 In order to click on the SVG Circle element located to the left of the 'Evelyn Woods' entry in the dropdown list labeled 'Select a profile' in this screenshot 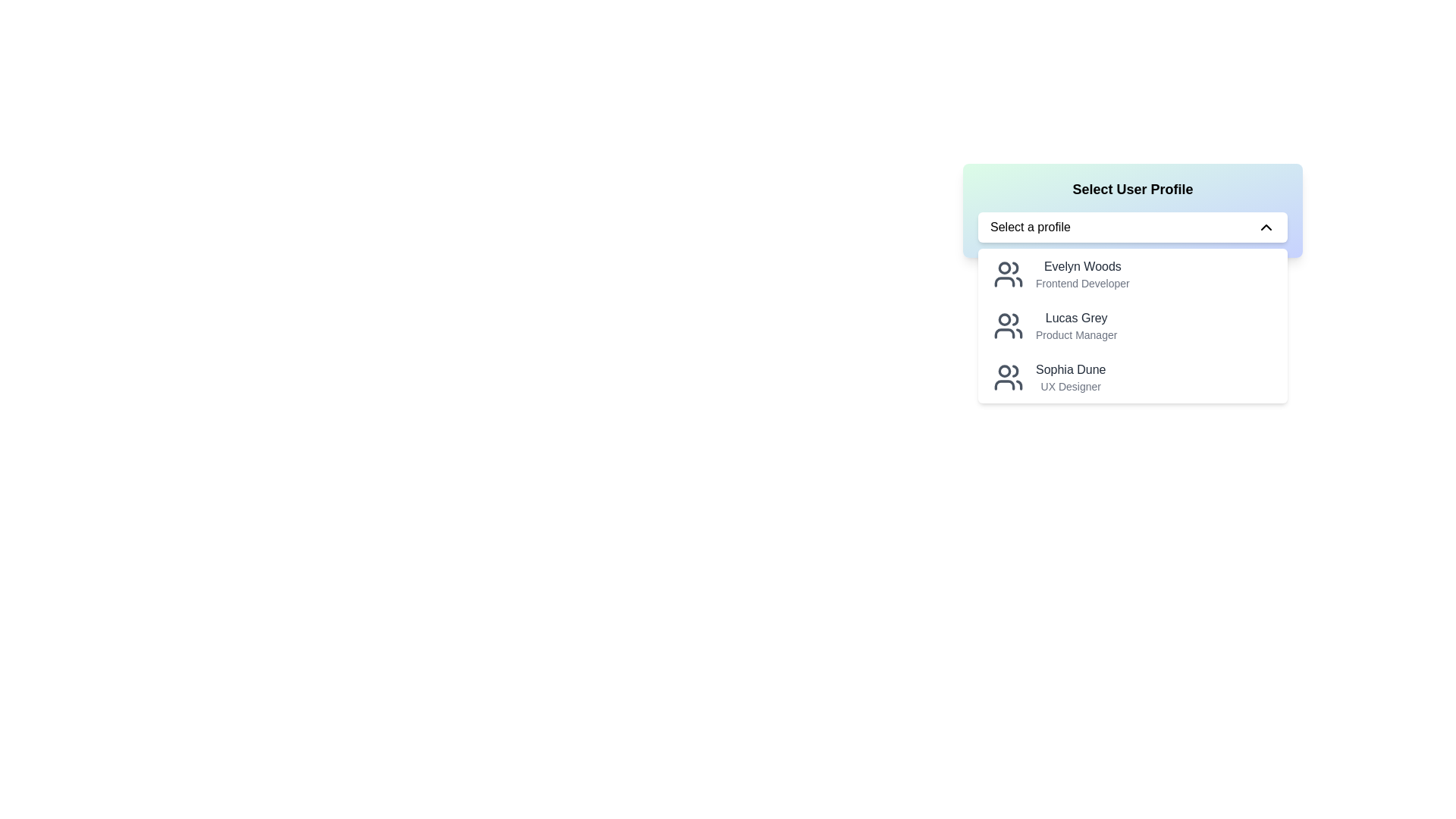, I will do `click(1004, 267)`.